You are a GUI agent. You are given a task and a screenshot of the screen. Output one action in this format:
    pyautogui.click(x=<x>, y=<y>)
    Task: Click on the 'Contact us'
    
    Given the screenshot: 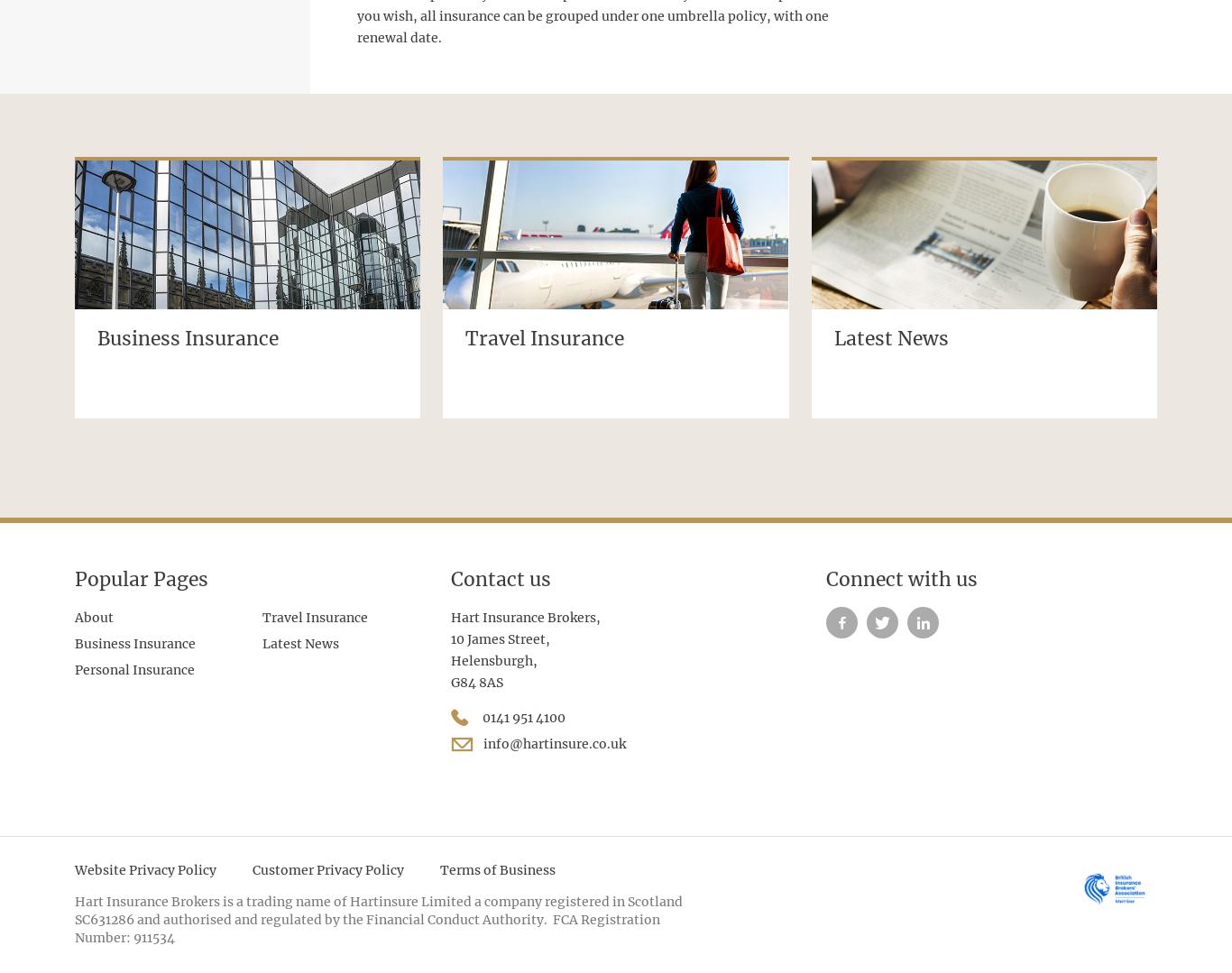 What is the action you would take?
    pyautogui.click(x=449, y=578)
    